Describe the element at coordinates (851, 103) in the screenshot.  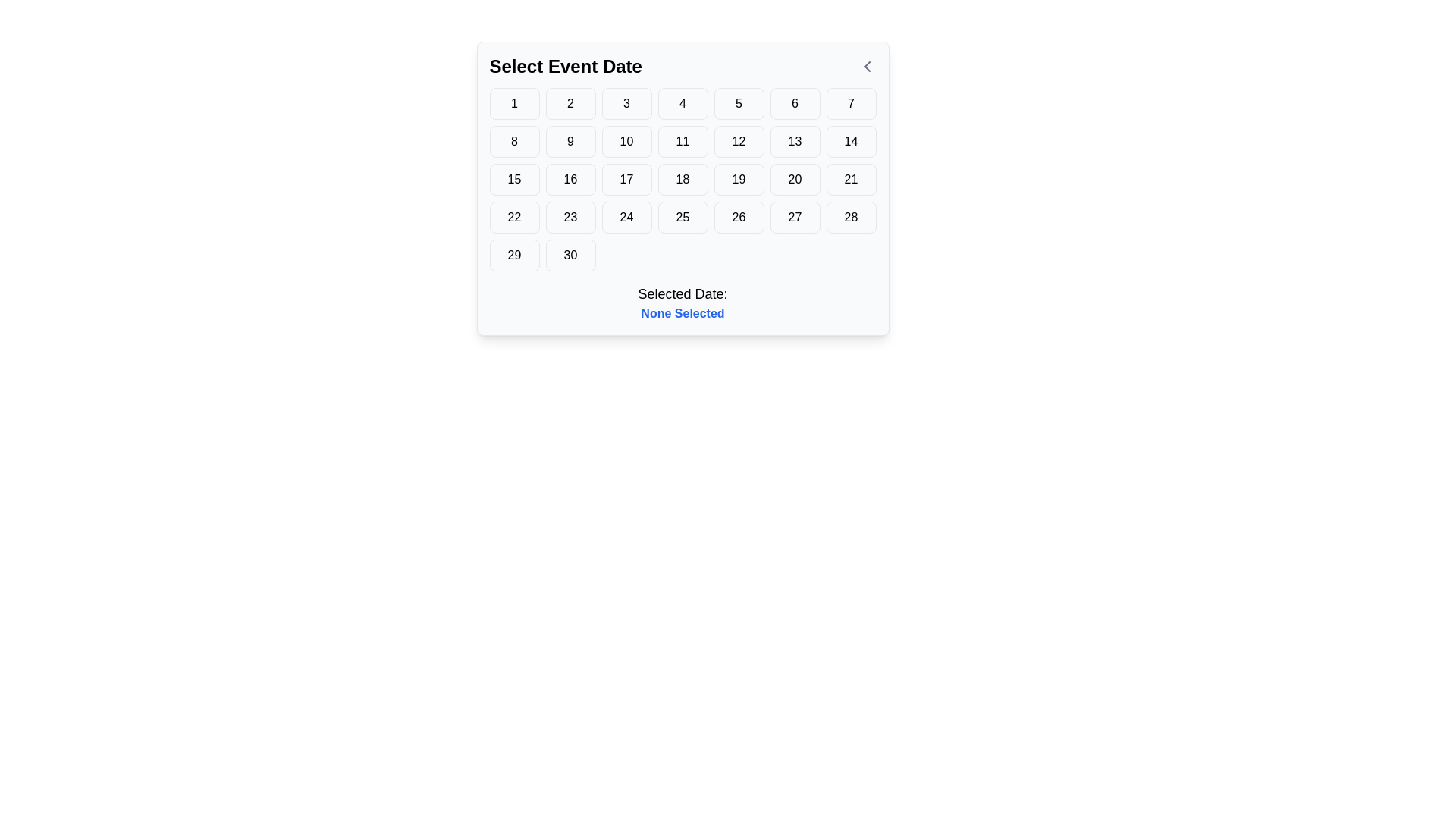
I see `the rectangular button with rounded borders that has a light gray background and black centered text displaying the number '7'` at that location.